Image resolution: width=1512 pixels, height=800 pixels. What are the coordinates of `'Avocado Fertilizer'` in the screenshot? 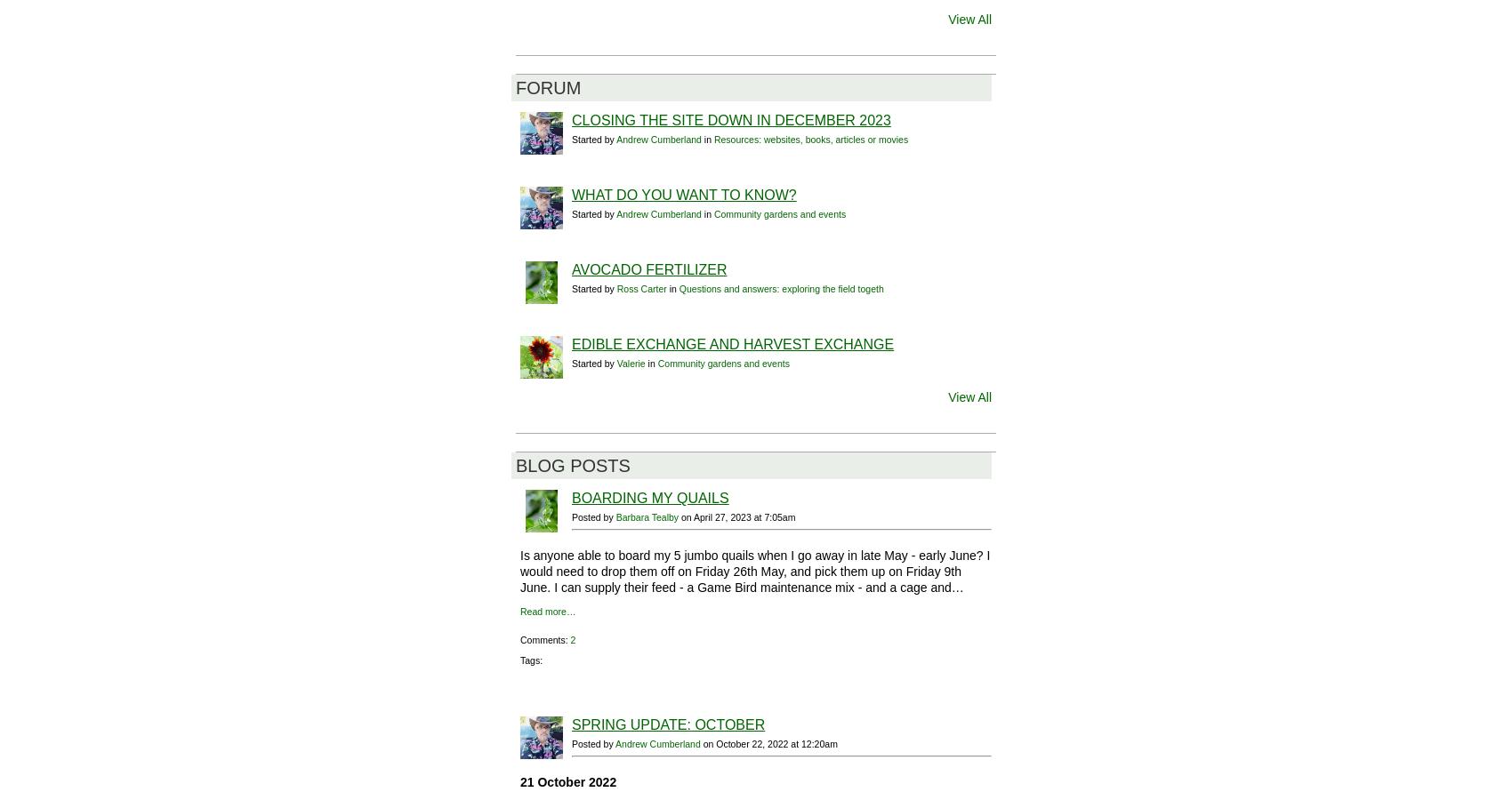 It's located at (571, 268).